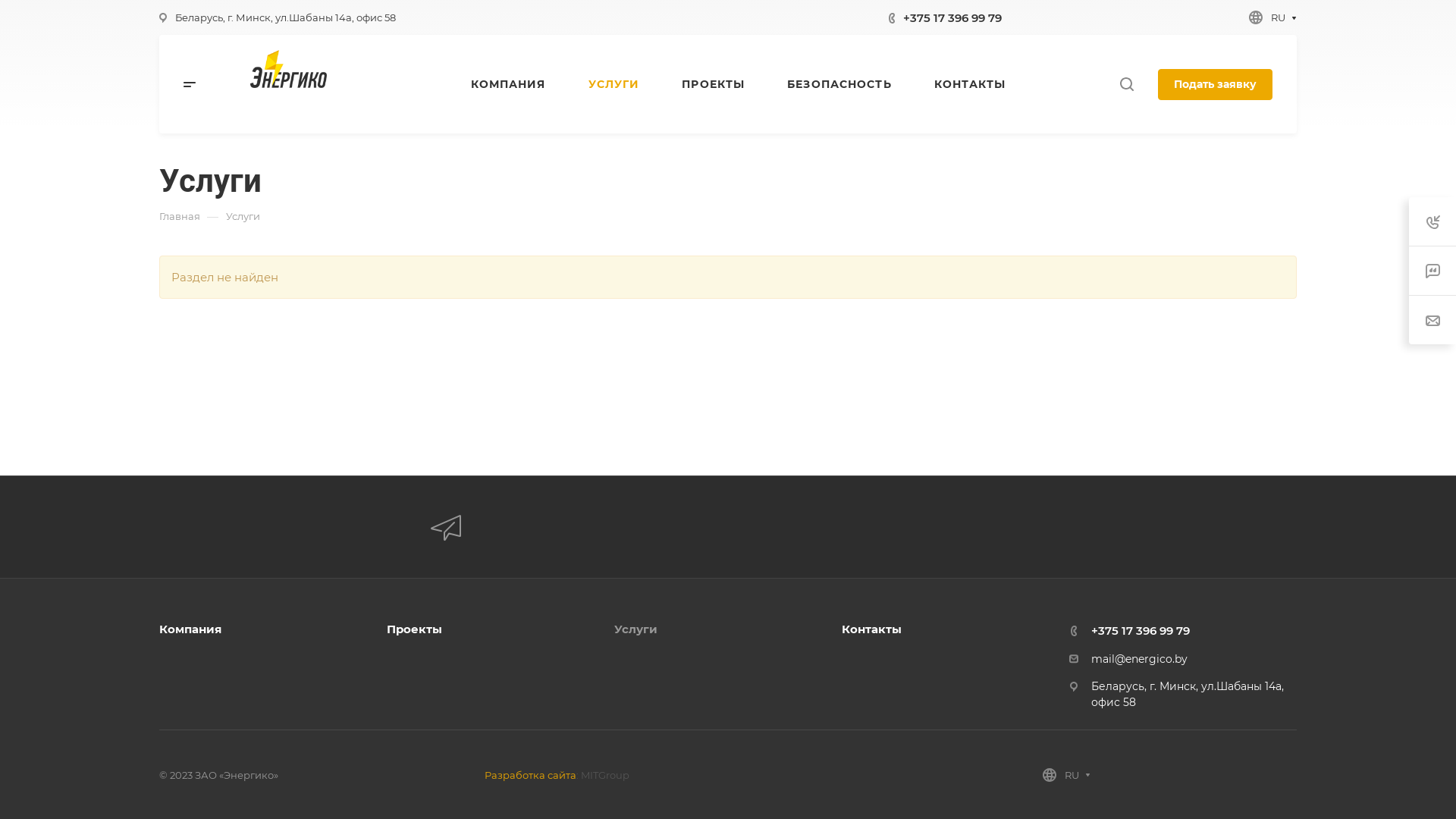  Describe the element at coordinates (1139, 657) in the screenshot. I see `'mail@energico.by'` at that location.